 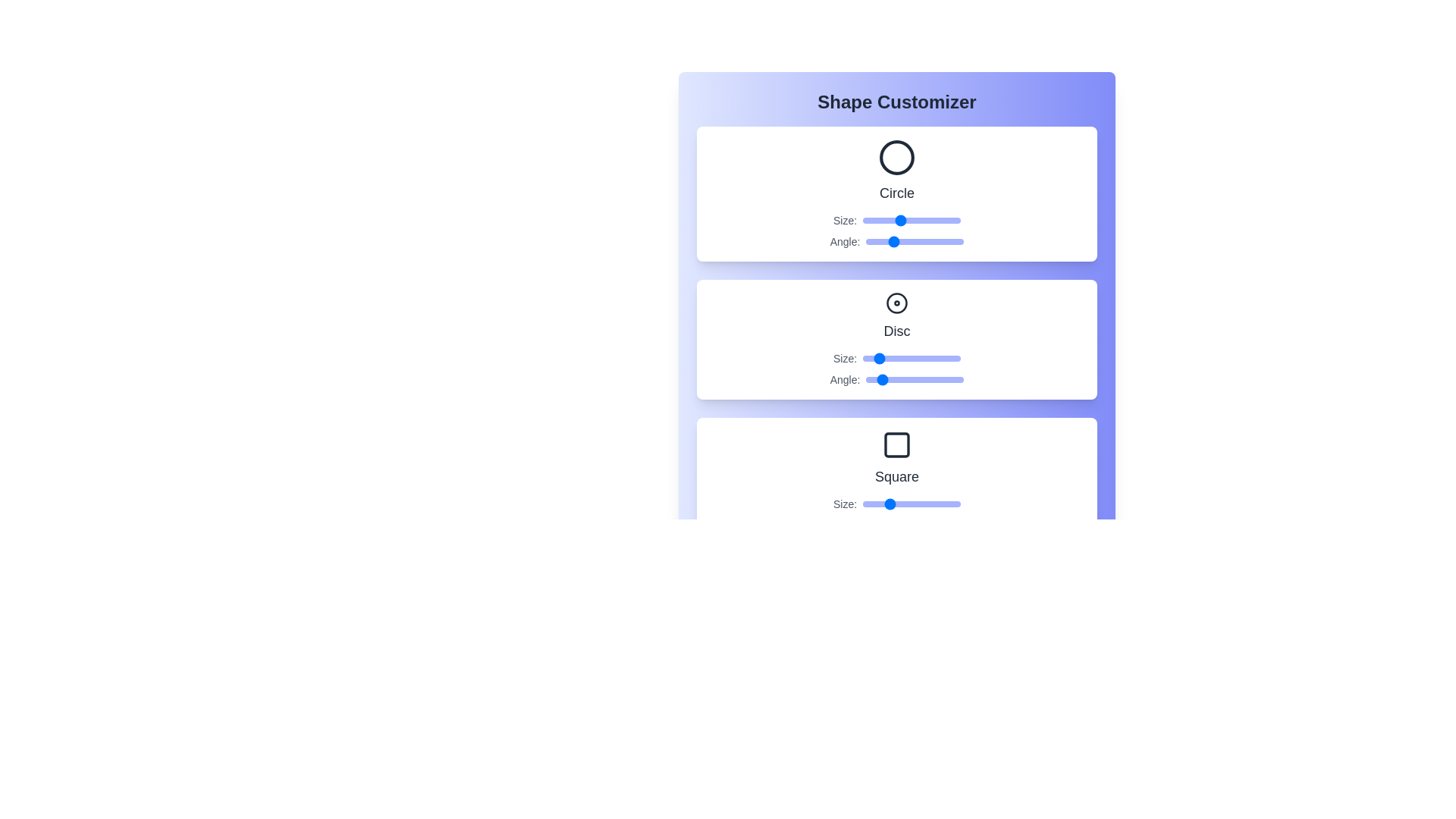 I want to click on the Square's angle slider to 314 degrees, so click(x=950, y=525).